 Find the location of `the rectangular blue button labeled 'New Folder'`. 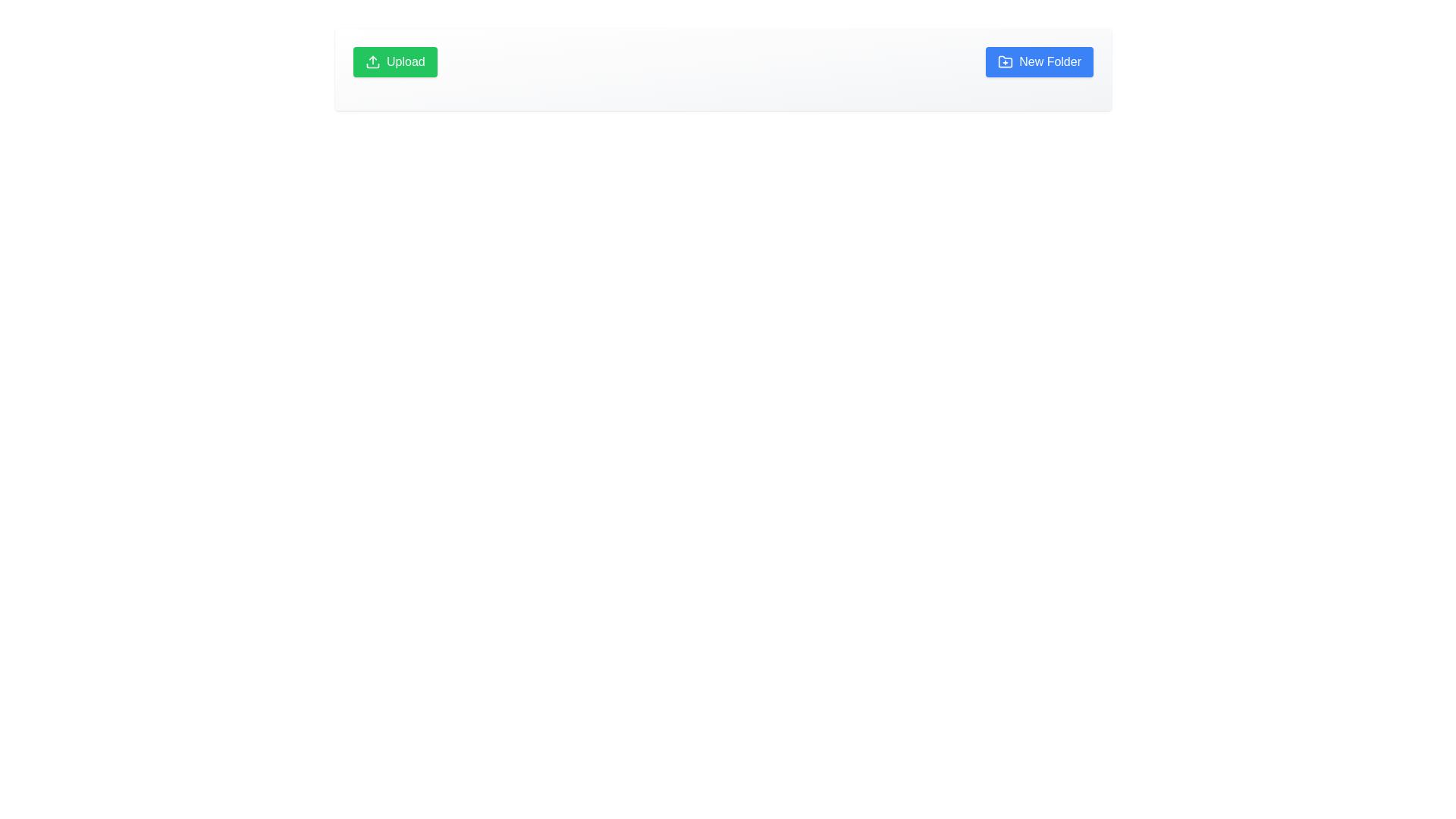

the rectangular blue button labeled 'New Folder' is located at coordinates (1039, 61).